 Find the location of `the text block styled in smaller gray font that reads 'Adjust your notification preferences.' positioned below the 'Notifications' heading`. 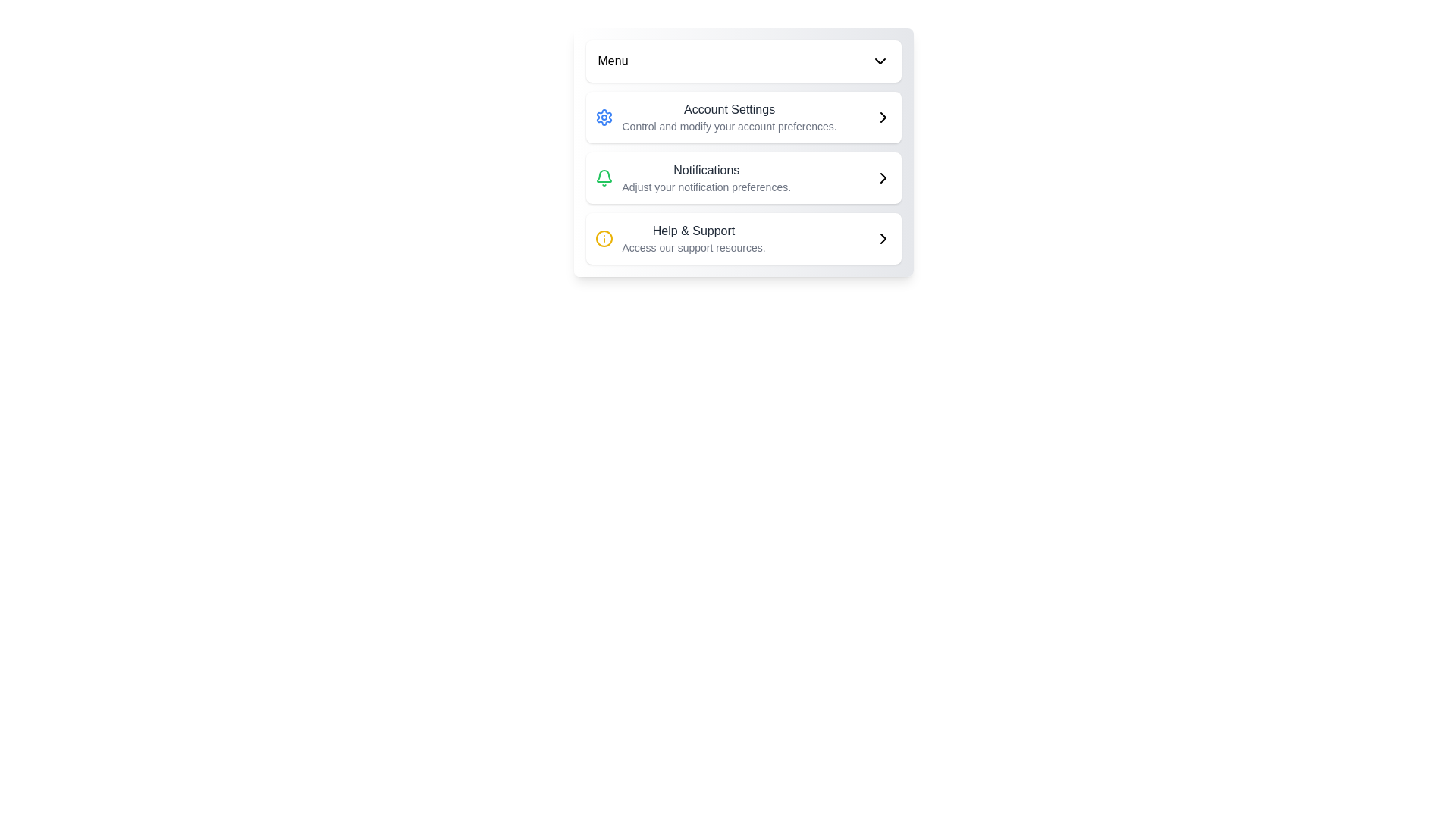

the text block styled in smaller gray font that reads 'Adjust your notification preferences.' positioned below the 'Notifications' heading is located at coordinates (705, 186).